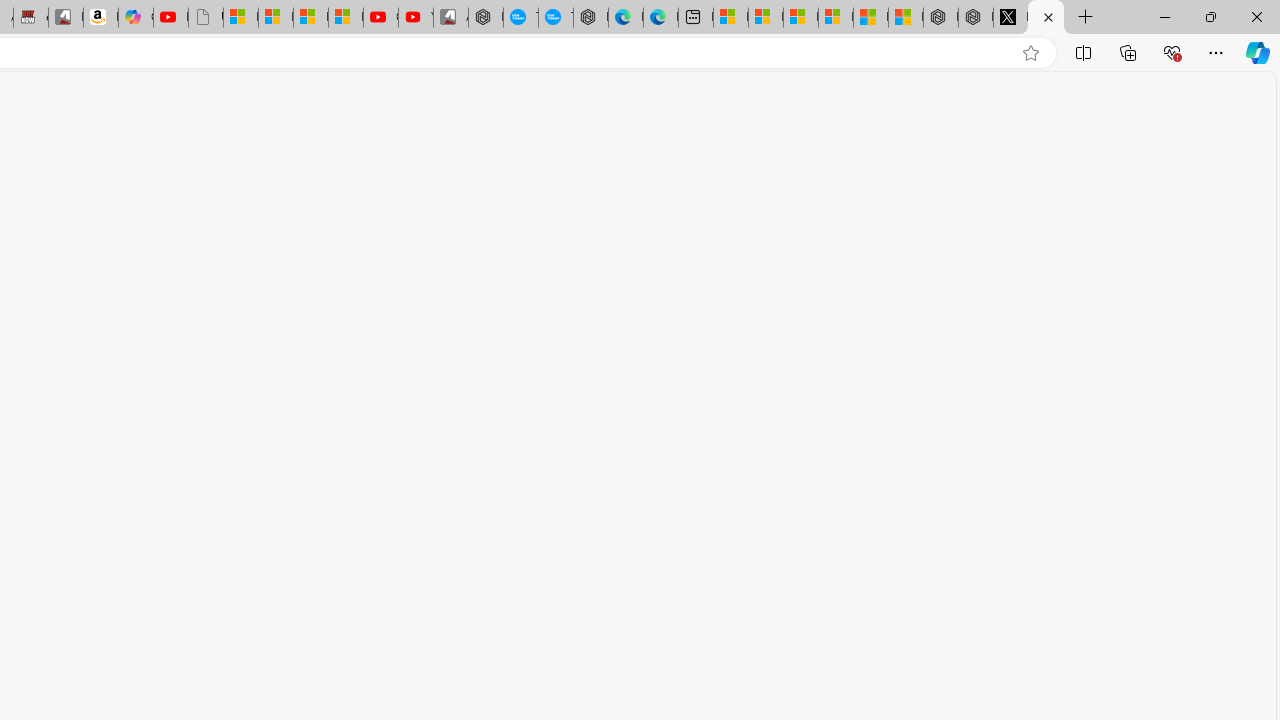  I want to click on 'Copilot', so click(135, 17).